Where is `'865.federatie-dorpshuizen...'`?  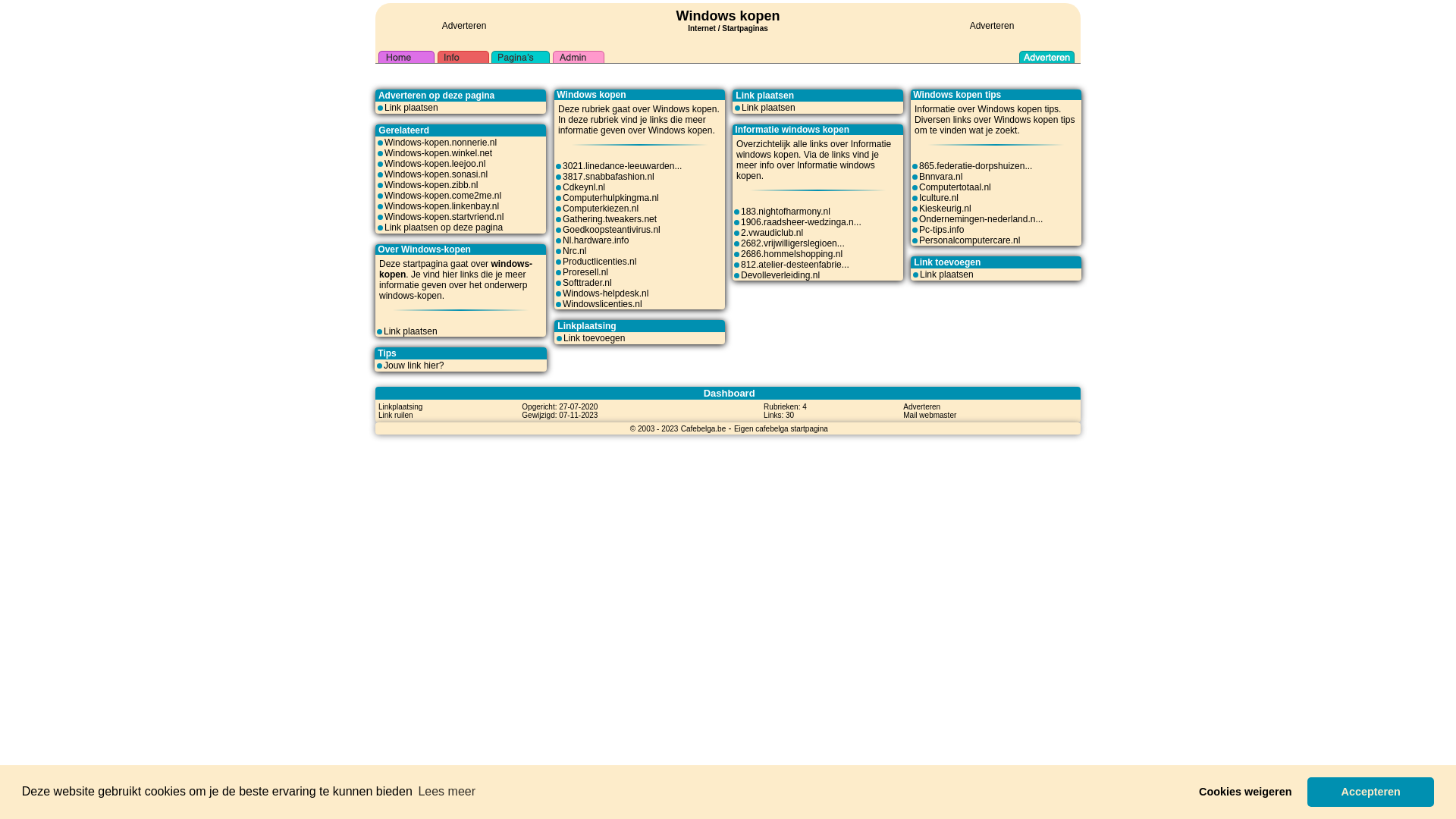 '865.federatie-dorpshuizen...' is located at coordinates (975, 166).